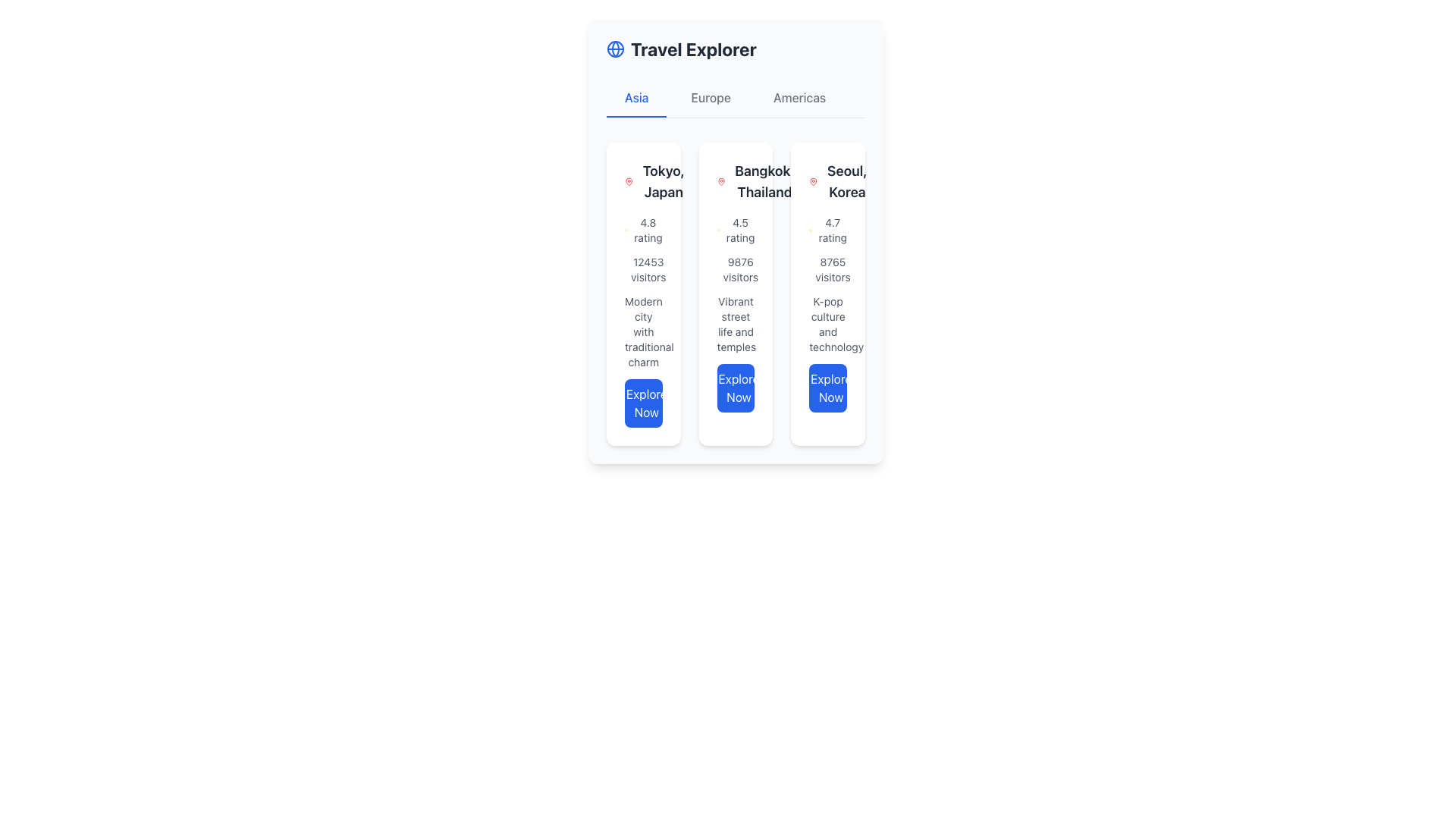 This screenshot has height=819, width=1456. I want to click on the 'Explore Now' button located beneath the text 'Modern city with traditional charm' in the leftmost column under the 'Asia' tab to observe hover effects, so click(643, 403).